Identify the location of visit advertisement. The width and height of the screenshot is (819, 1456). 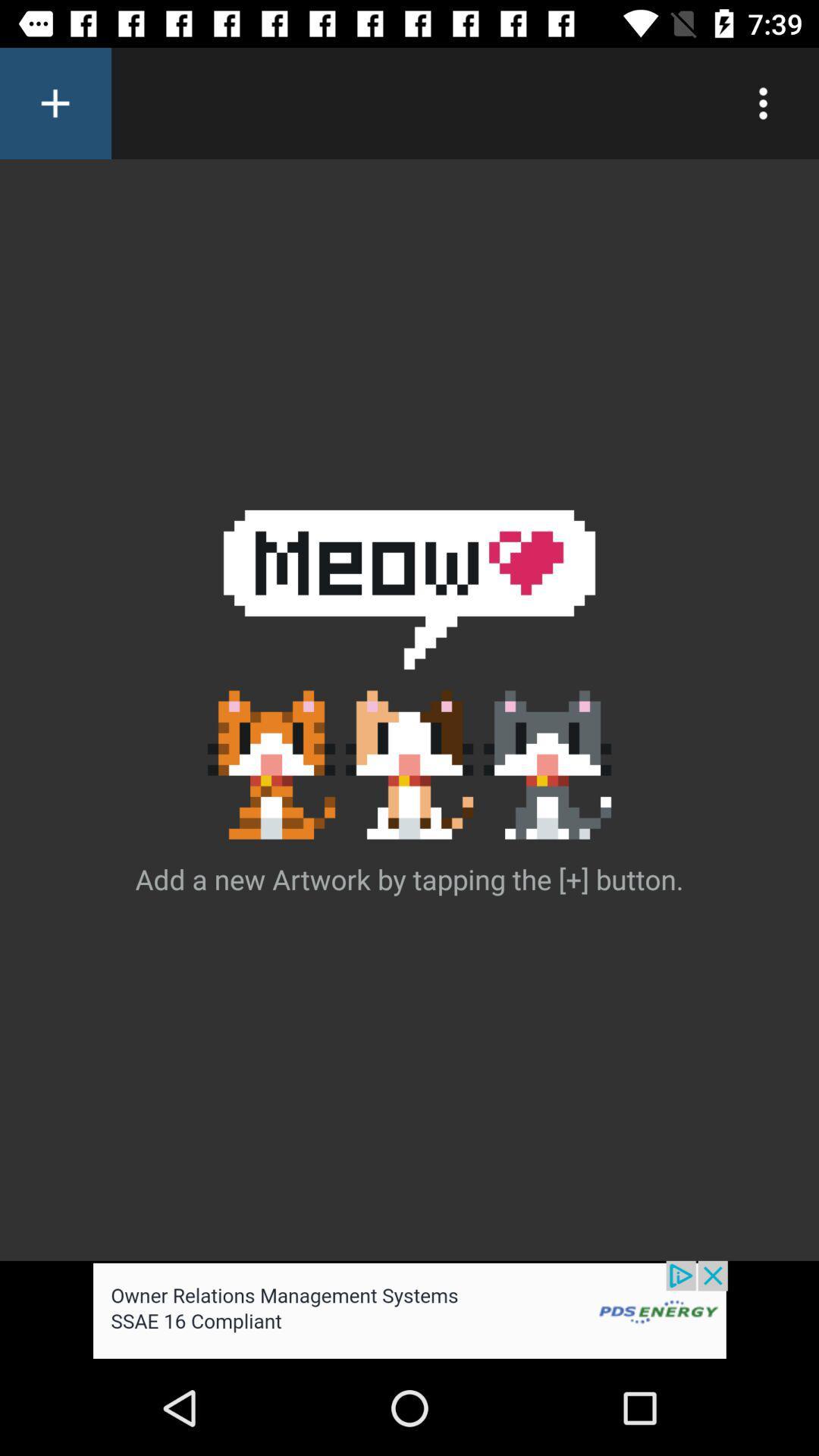
(409, 1310).